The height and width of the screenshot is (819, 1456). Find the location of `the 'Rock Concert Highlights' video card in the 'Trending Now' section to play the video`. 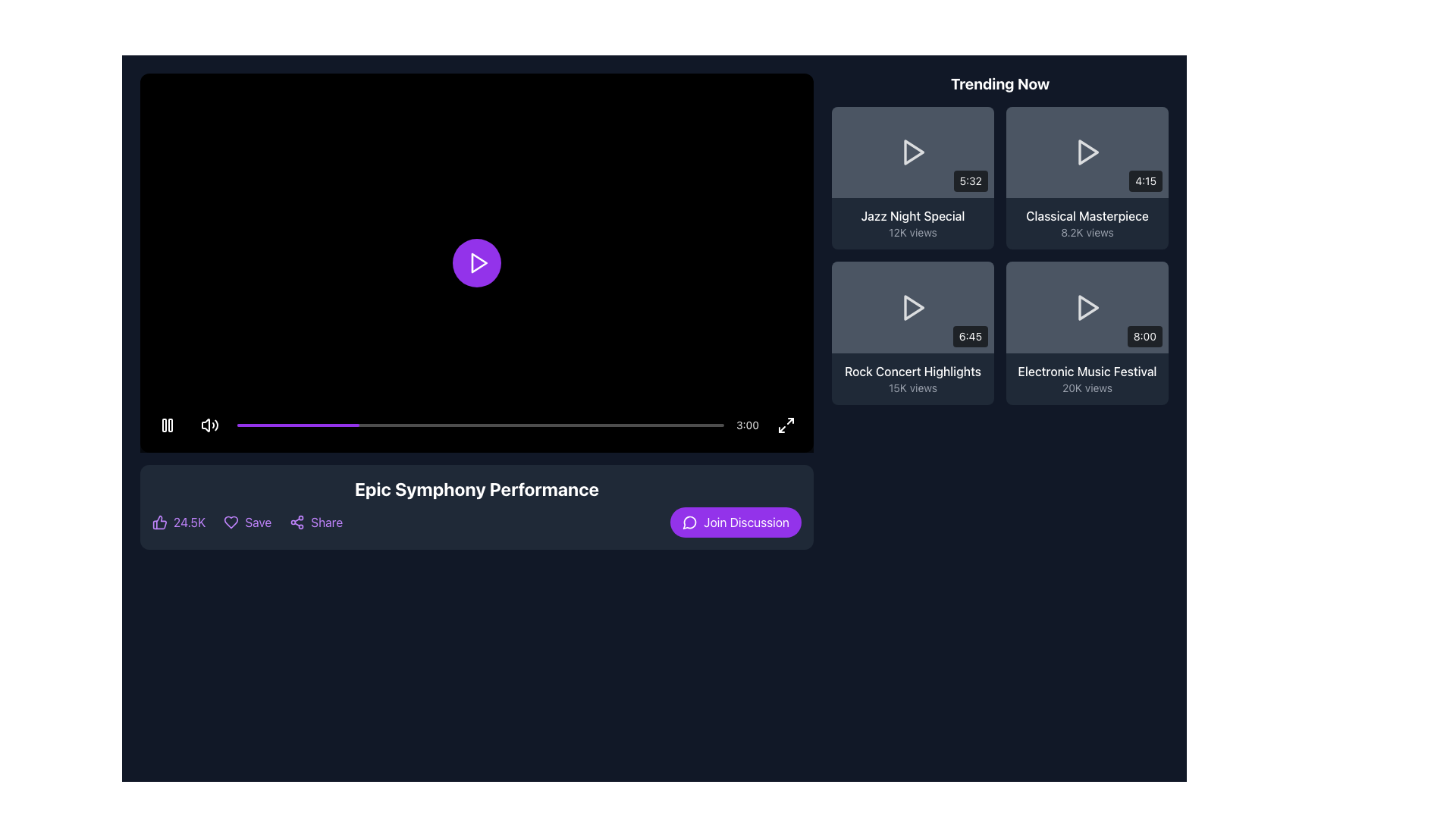

the 'Rock Concert Highlights' video card in the 'Trending Now' section to play the video is located at coordinates (912, 332).